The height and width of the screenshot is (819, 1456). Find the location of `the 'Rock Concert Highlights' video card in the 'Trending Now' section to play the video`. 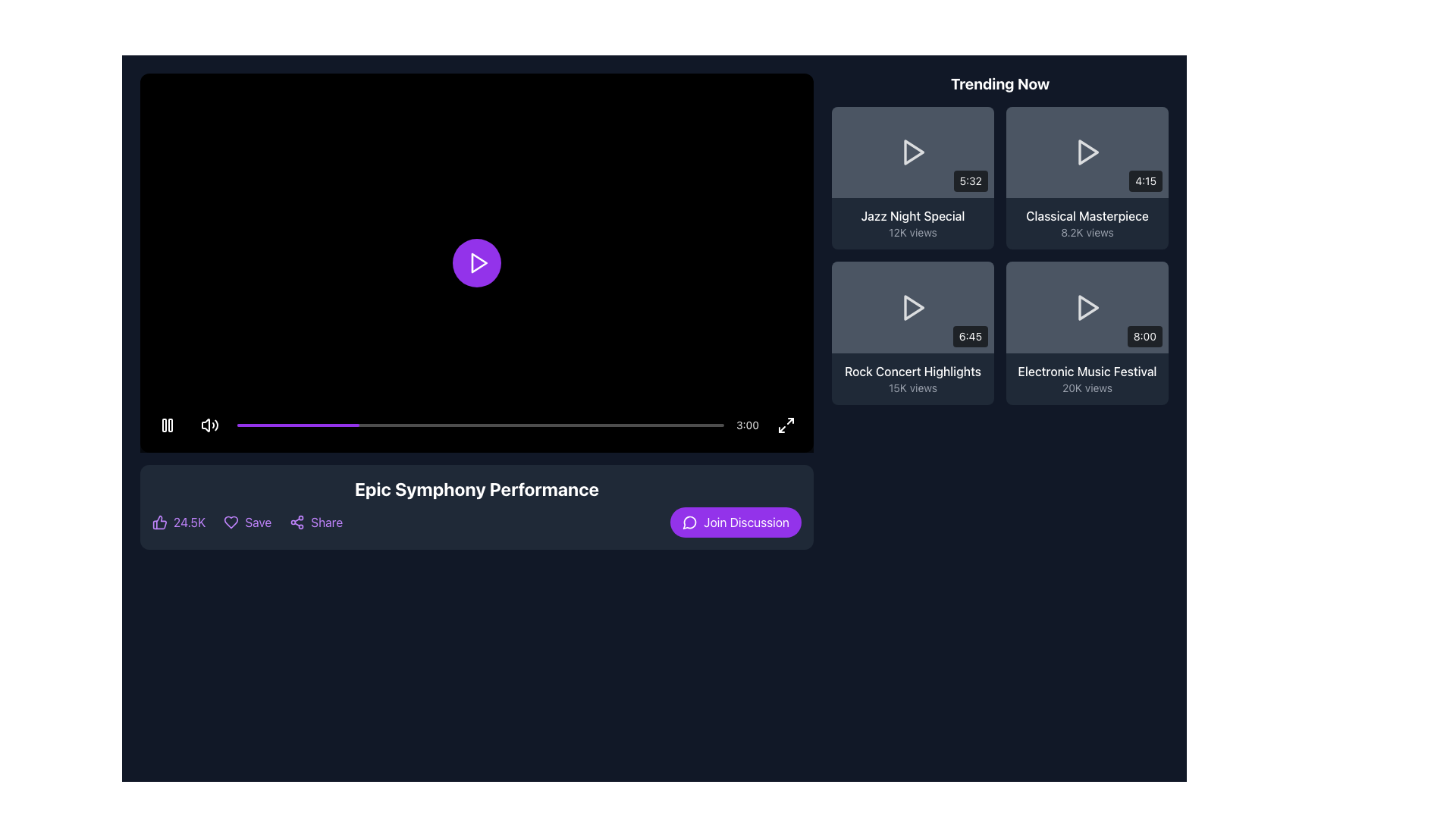

the 'Rock Concert Highlights' video card in the 'Trending Now' section to play the video is located at coordinates (912, 332).